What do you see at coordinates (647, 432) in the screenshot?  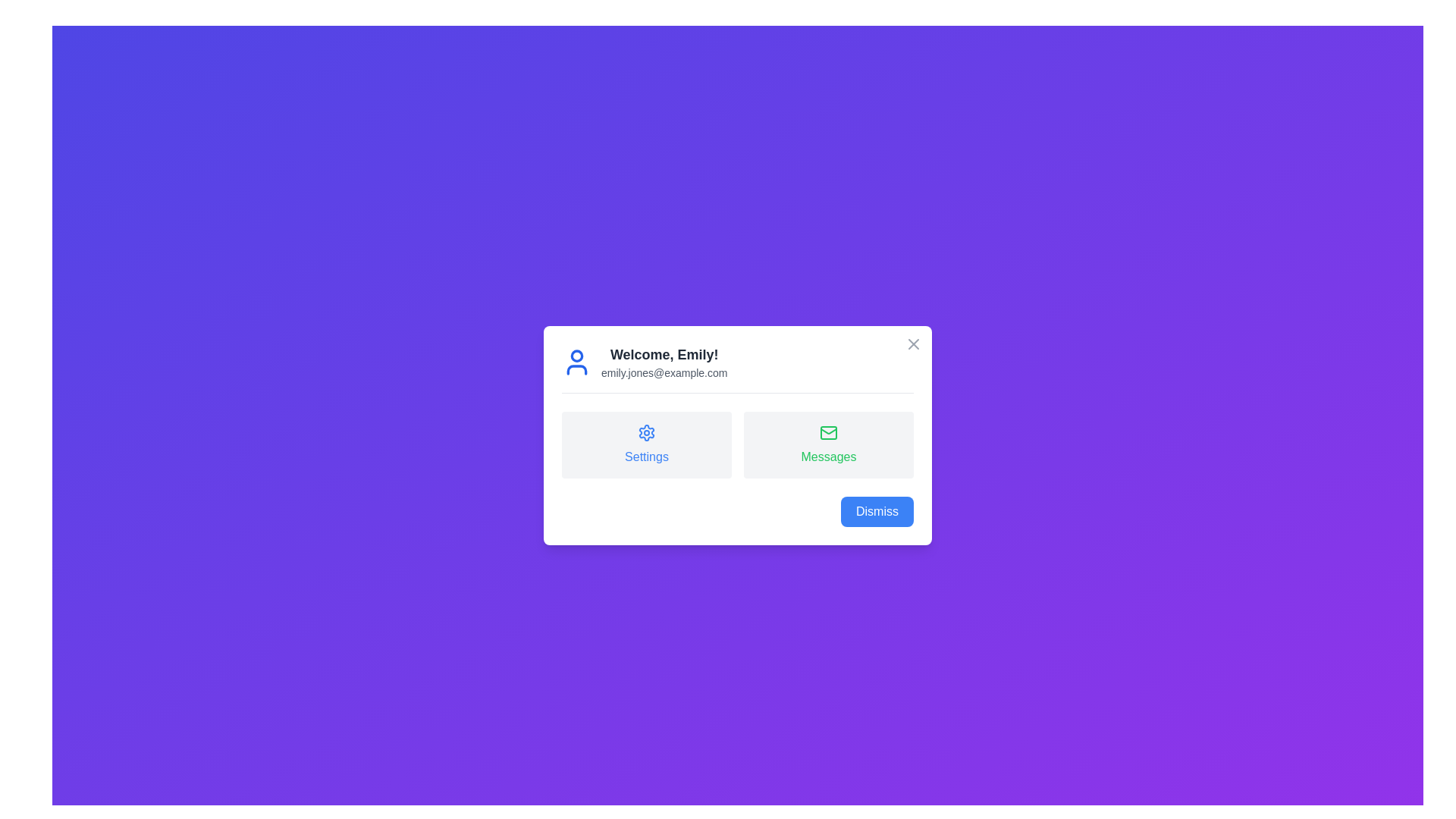 I see `the blue gear-like icon, which is located within the 'Settings' button of a modal dialog box` at bounding box center [647, 432].